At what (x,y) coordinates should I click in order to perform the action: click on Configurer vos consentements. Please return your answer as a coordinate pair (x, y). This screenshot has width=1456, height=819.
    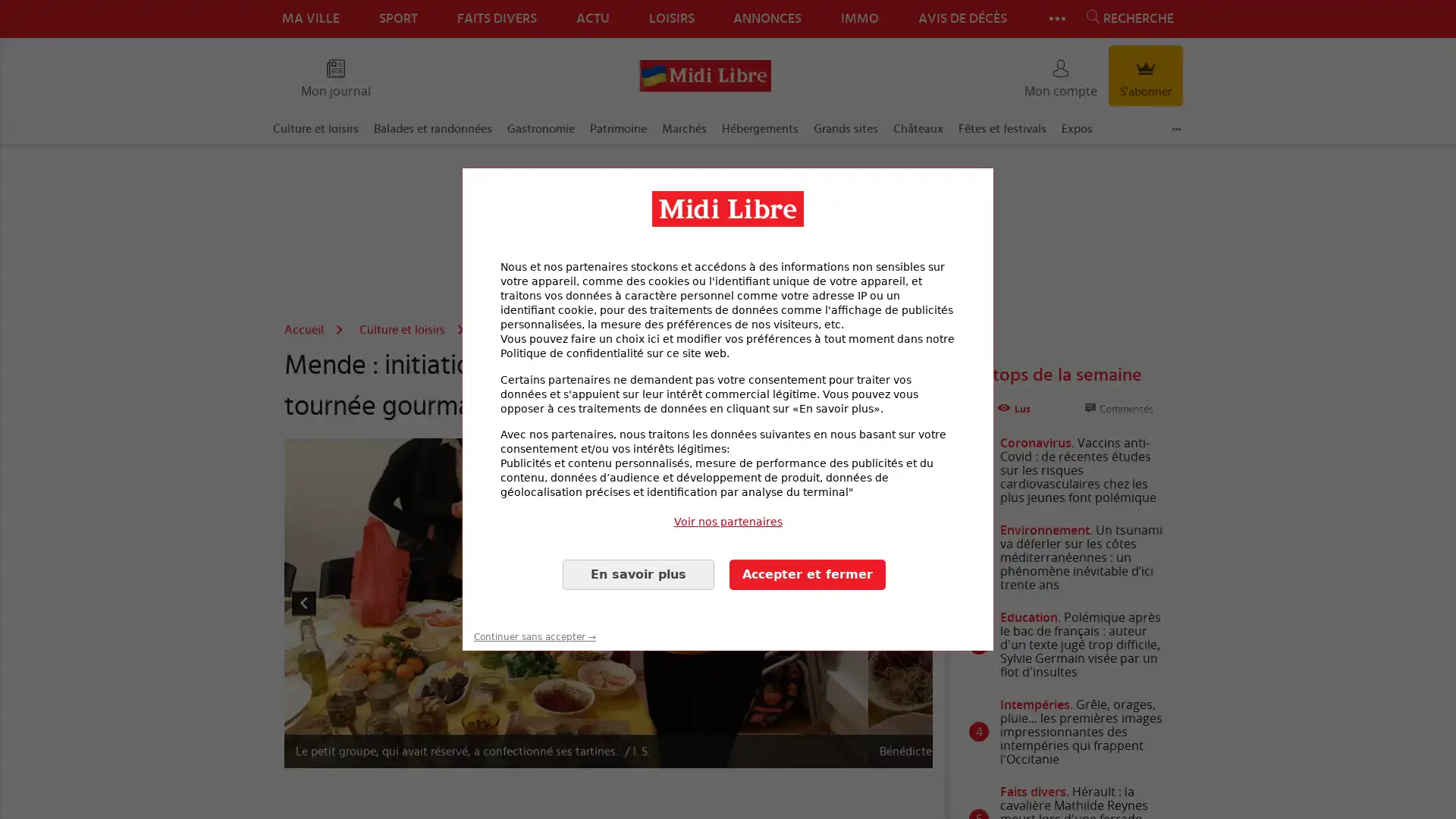
    Looking at the image, I should click on (638, 574).